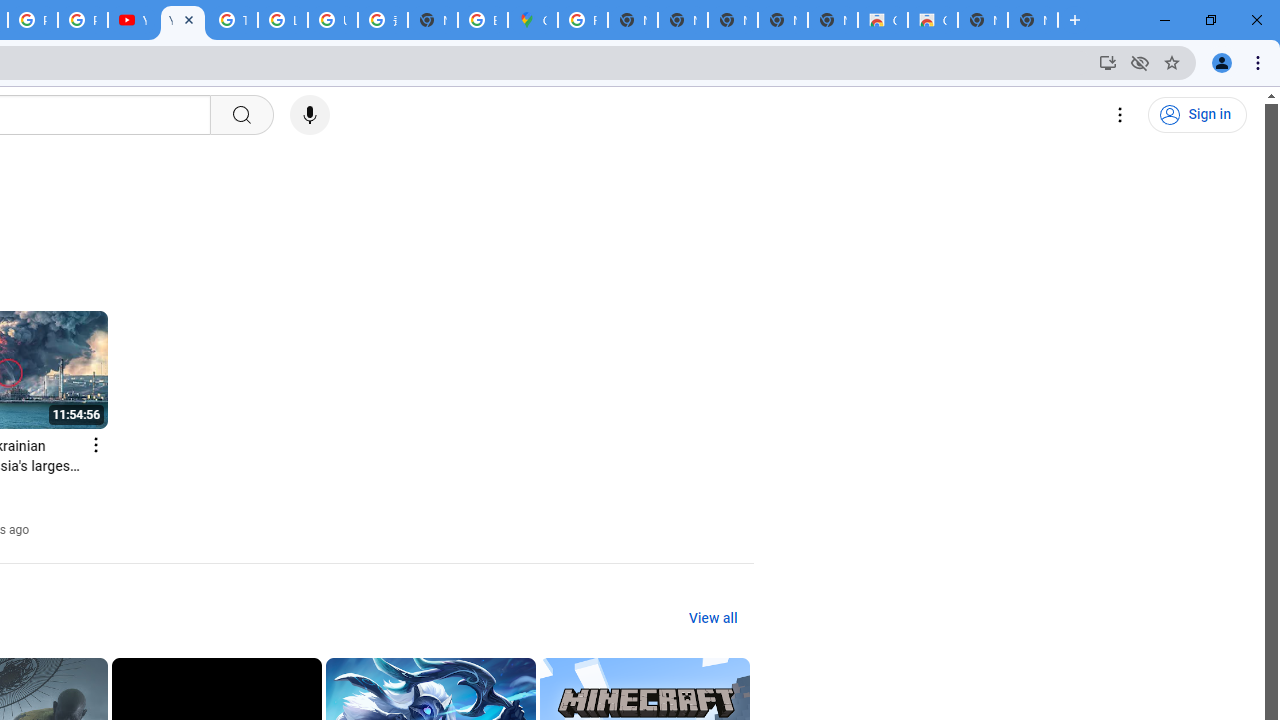 The height and width of the screenshot is (720, 1280). Describe the element at coordinates (712, 618) in the screenshot. I see `'View all'` at that location.